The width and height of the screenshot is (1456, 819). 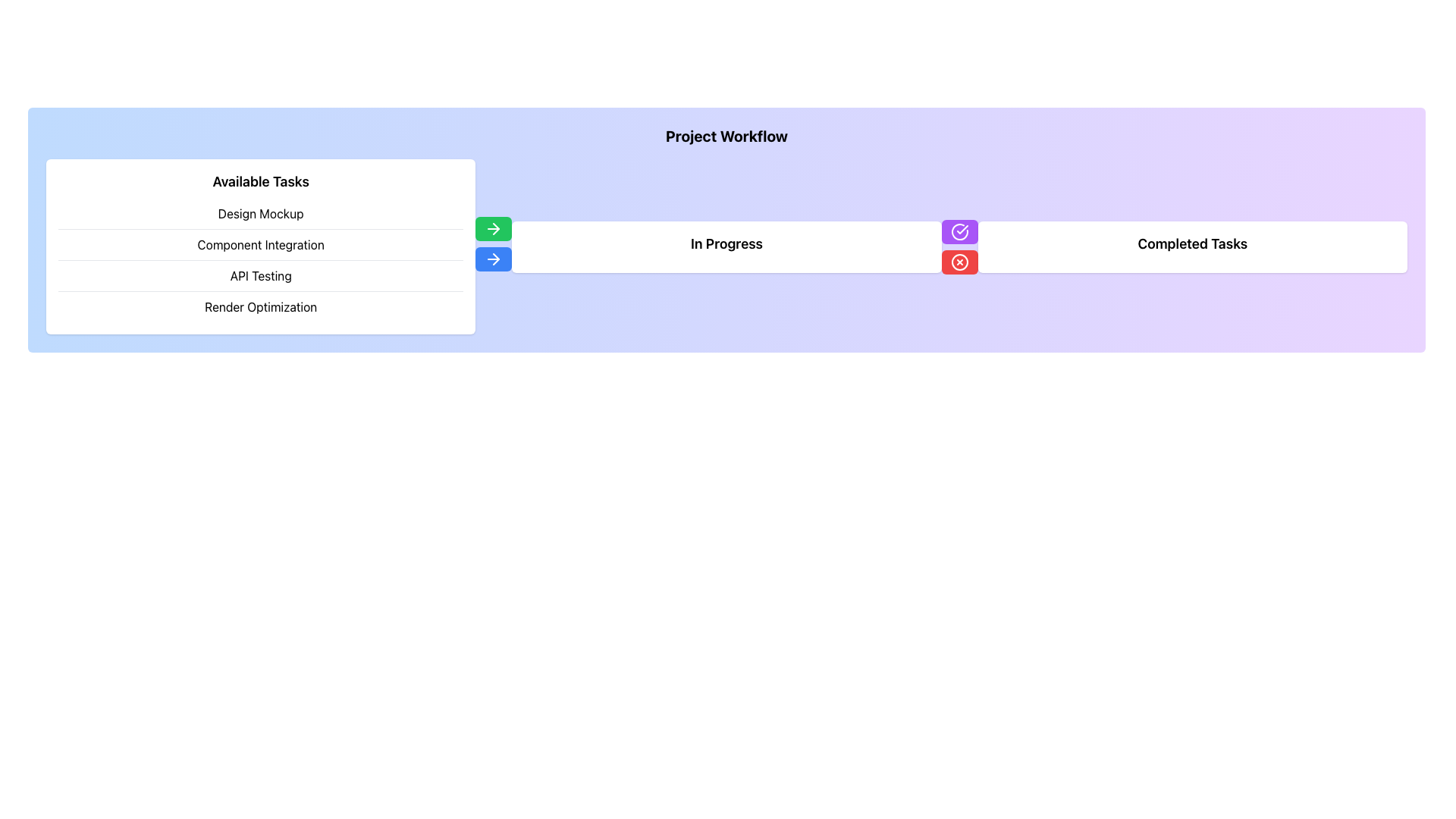 I want to click on the red circular close button with a white cross symbol located in the 'In Progress' section of the task workflow interface, so click(x=959, y=261).